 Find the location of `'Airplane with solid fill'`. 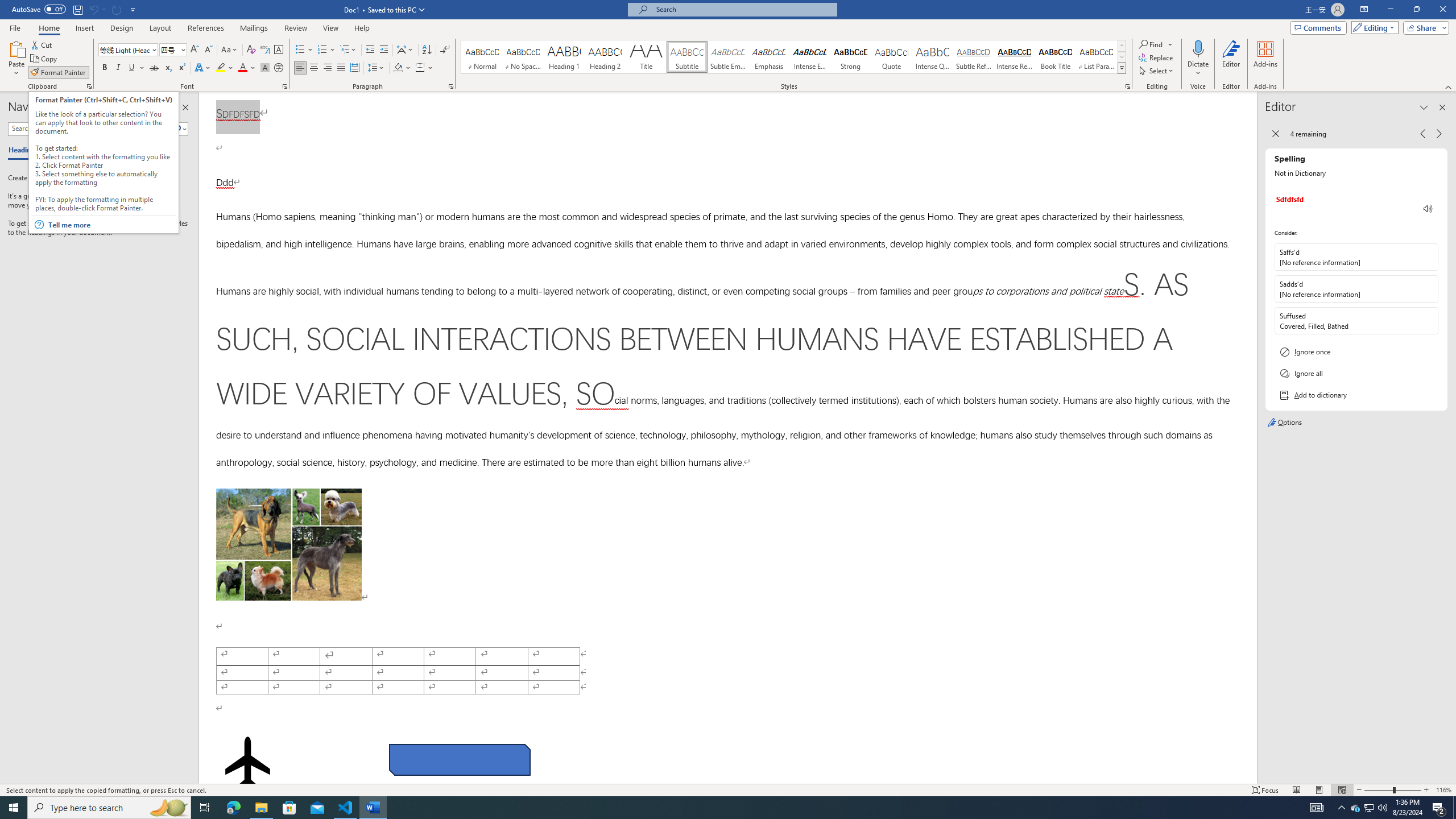

'Airplane with solid fill' is located at coordinates (247, 762).